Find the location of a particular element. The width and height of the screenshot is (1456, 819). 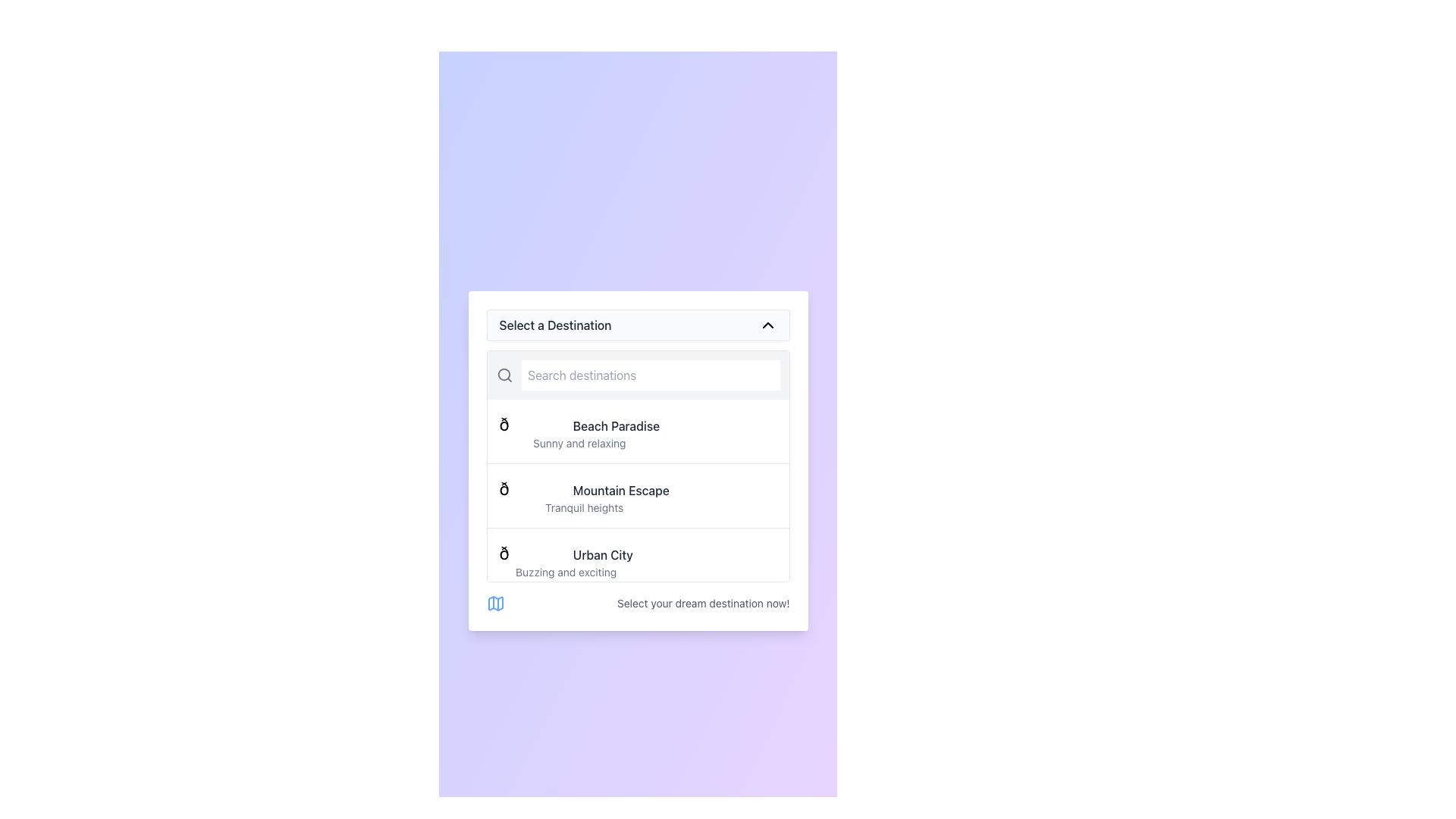

the second menu item in the list of destinations, located below 'Beach Paradise' and above 'Urban City' is located at coordinates (638, 495).